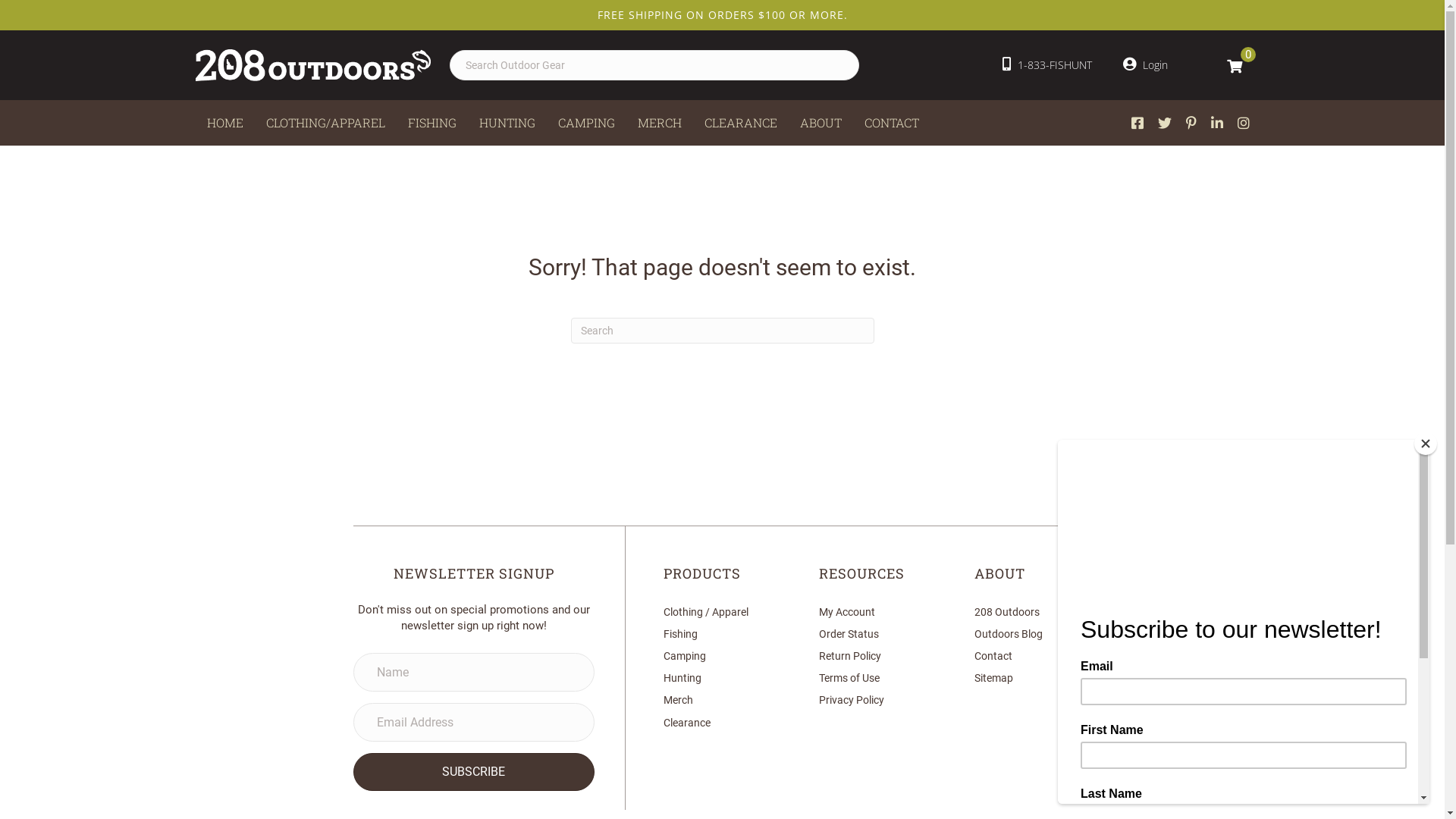 This screenshot has width=1456, height=819. Describe the element at coordinates (1007, 610) in the screenshot. I see `'208 Outdoors'` at that location.